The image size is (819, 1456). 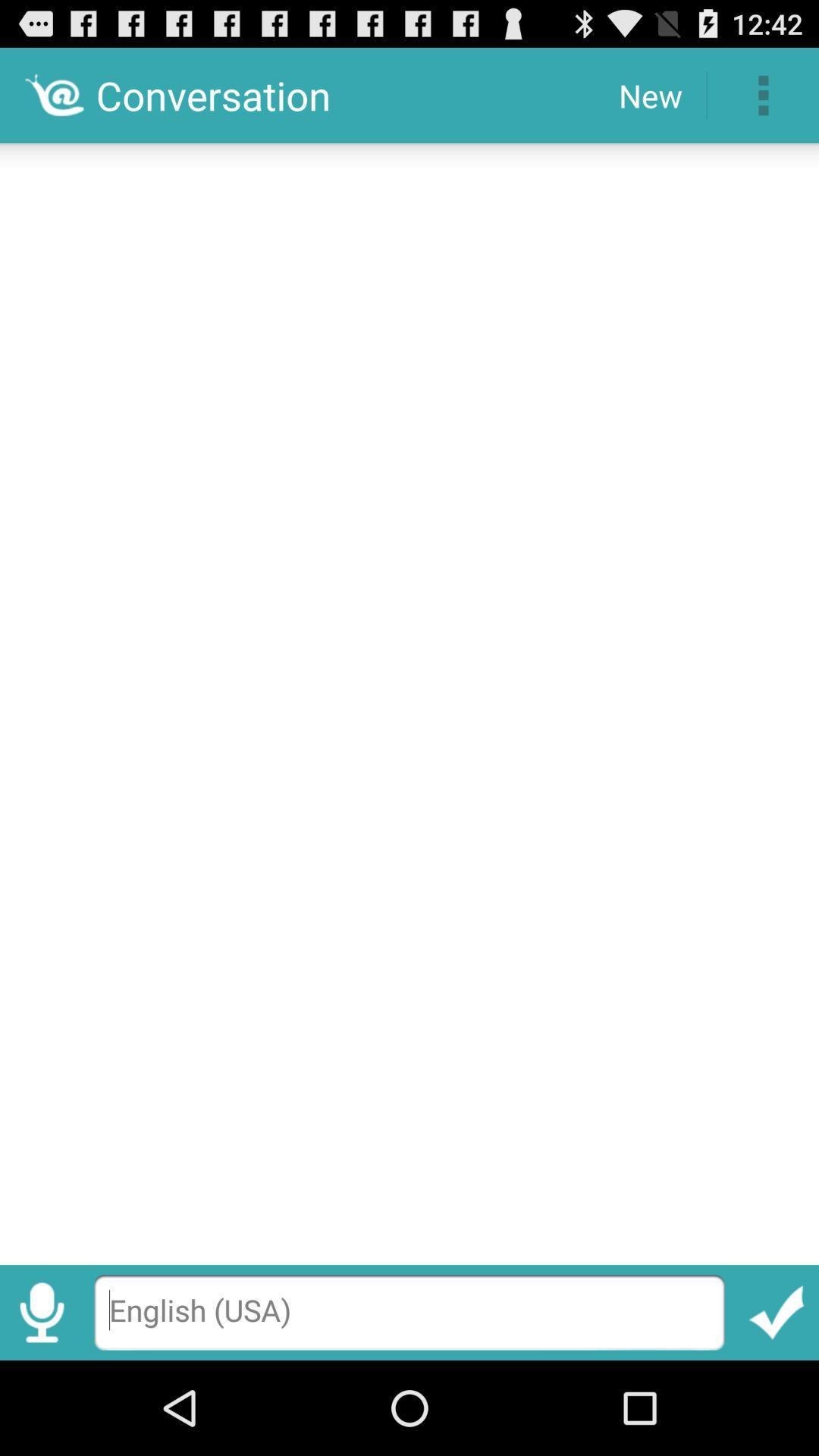 What do you see at coordinates (409, 698) in the screenshot?
I see `input text` at bounding box center [409, 698].